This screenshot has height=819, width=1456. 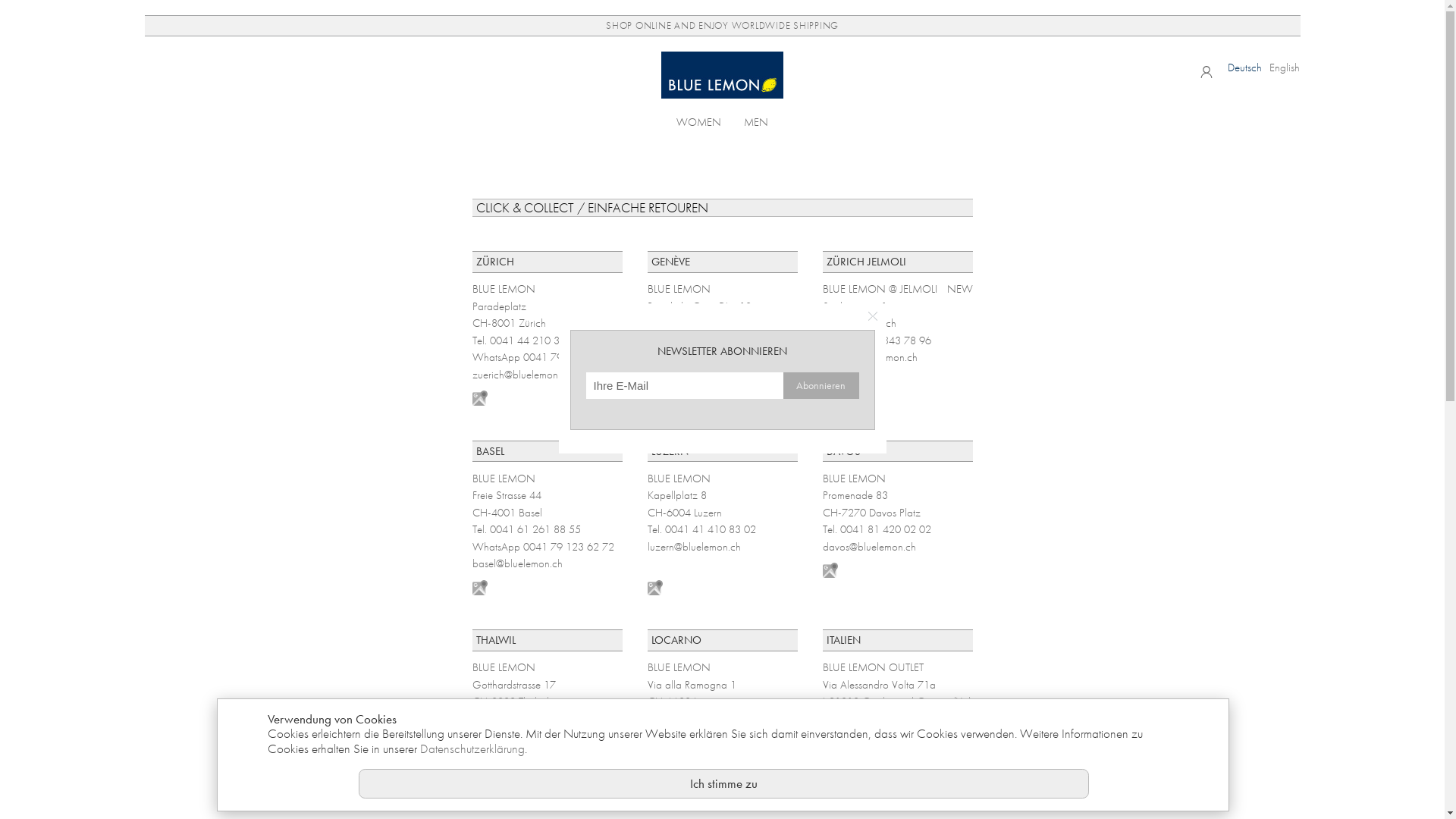 I want to click on 'SHOP ONLINE AND ENJOY WORLDWIDE SHIPPING', so click(x=720, y=26).